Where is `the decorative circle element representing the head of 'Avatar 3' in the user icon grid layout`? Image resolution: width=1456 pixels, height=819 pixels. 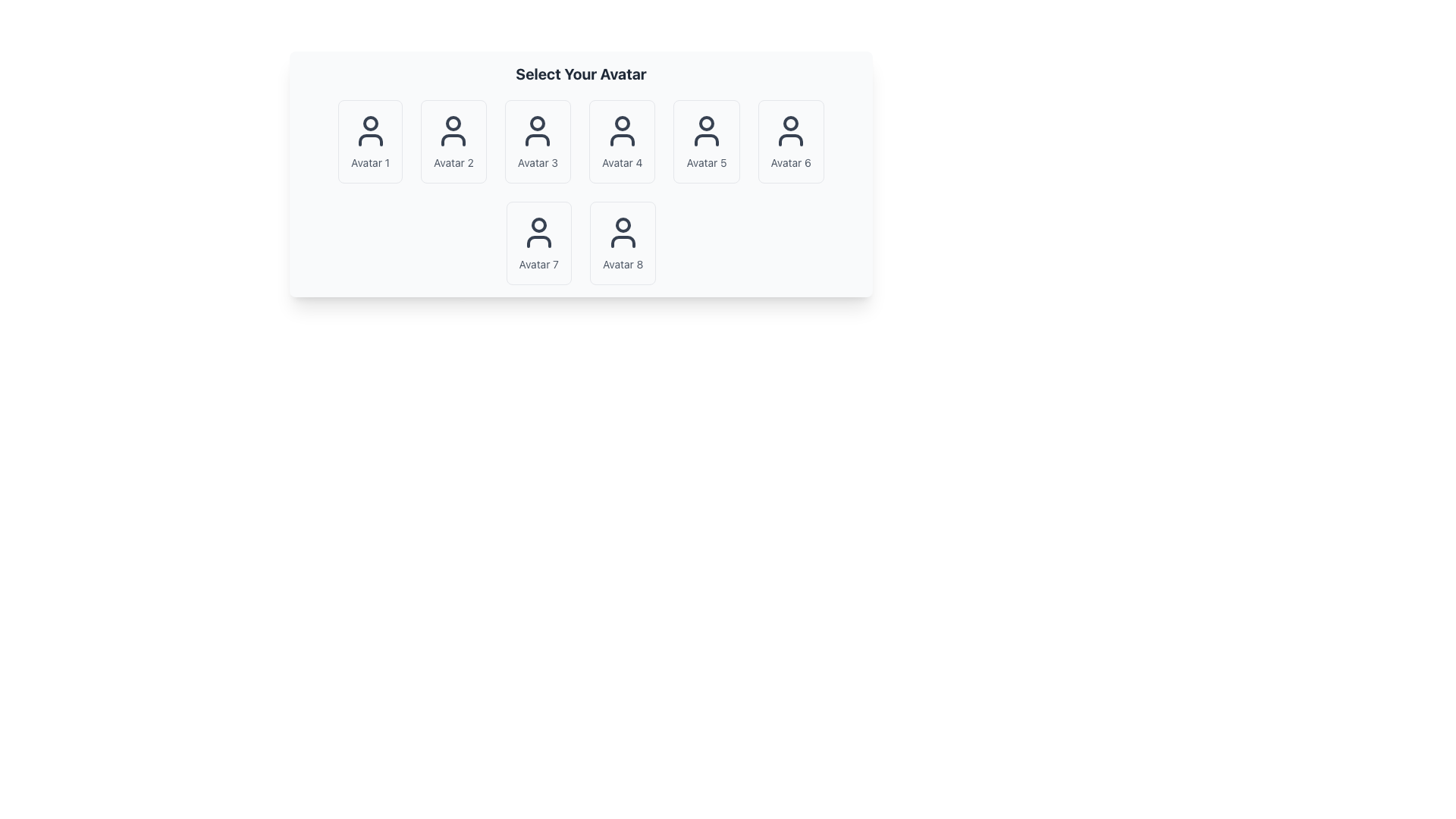 the decorative circle element representing the head of 'Avatar 3' in the user icon grid layout is located at coordinates (538, 122).